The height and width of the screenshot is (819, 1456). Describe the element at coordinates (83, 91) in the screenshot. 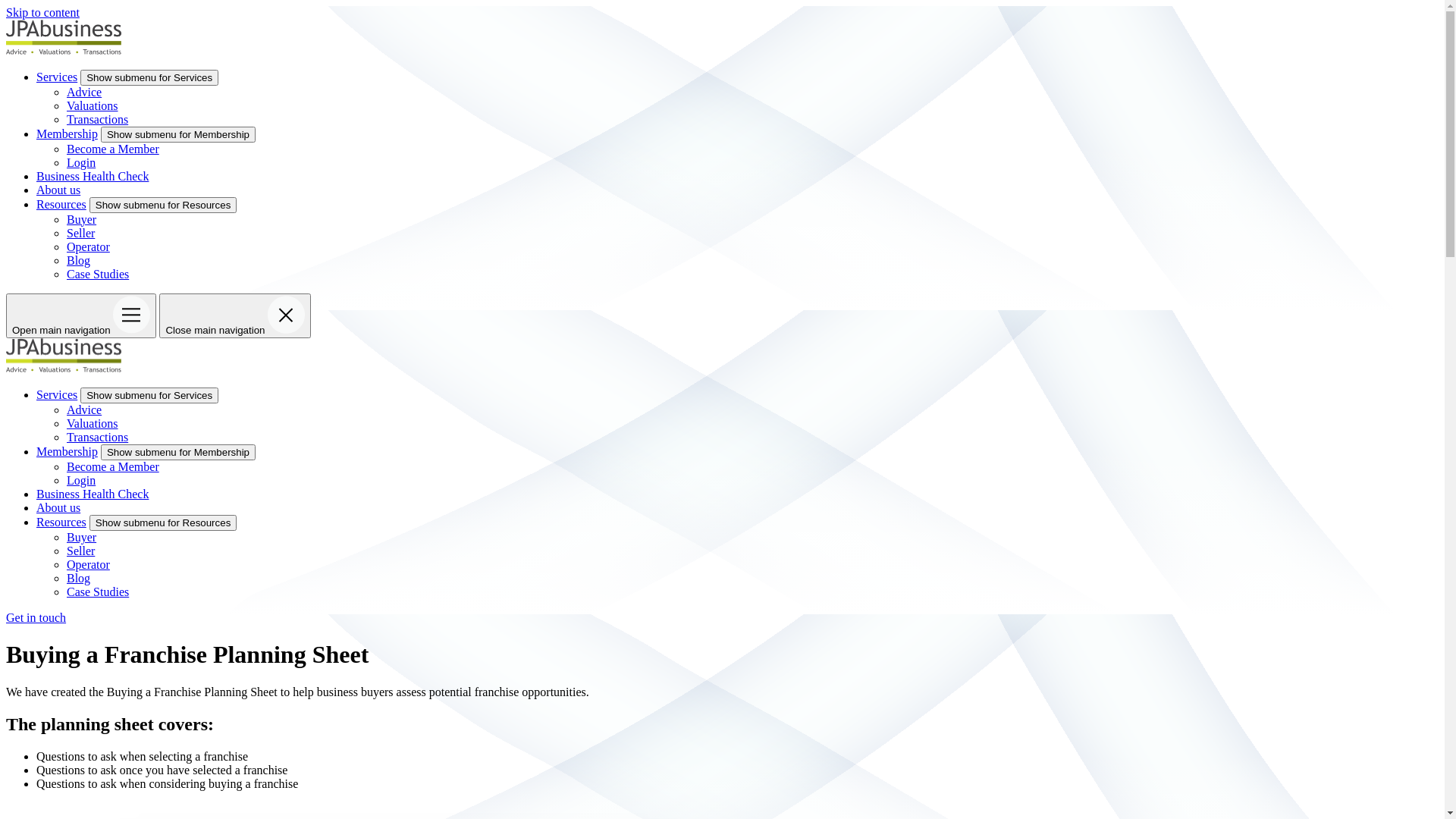

I see `'Advice'` at that location.